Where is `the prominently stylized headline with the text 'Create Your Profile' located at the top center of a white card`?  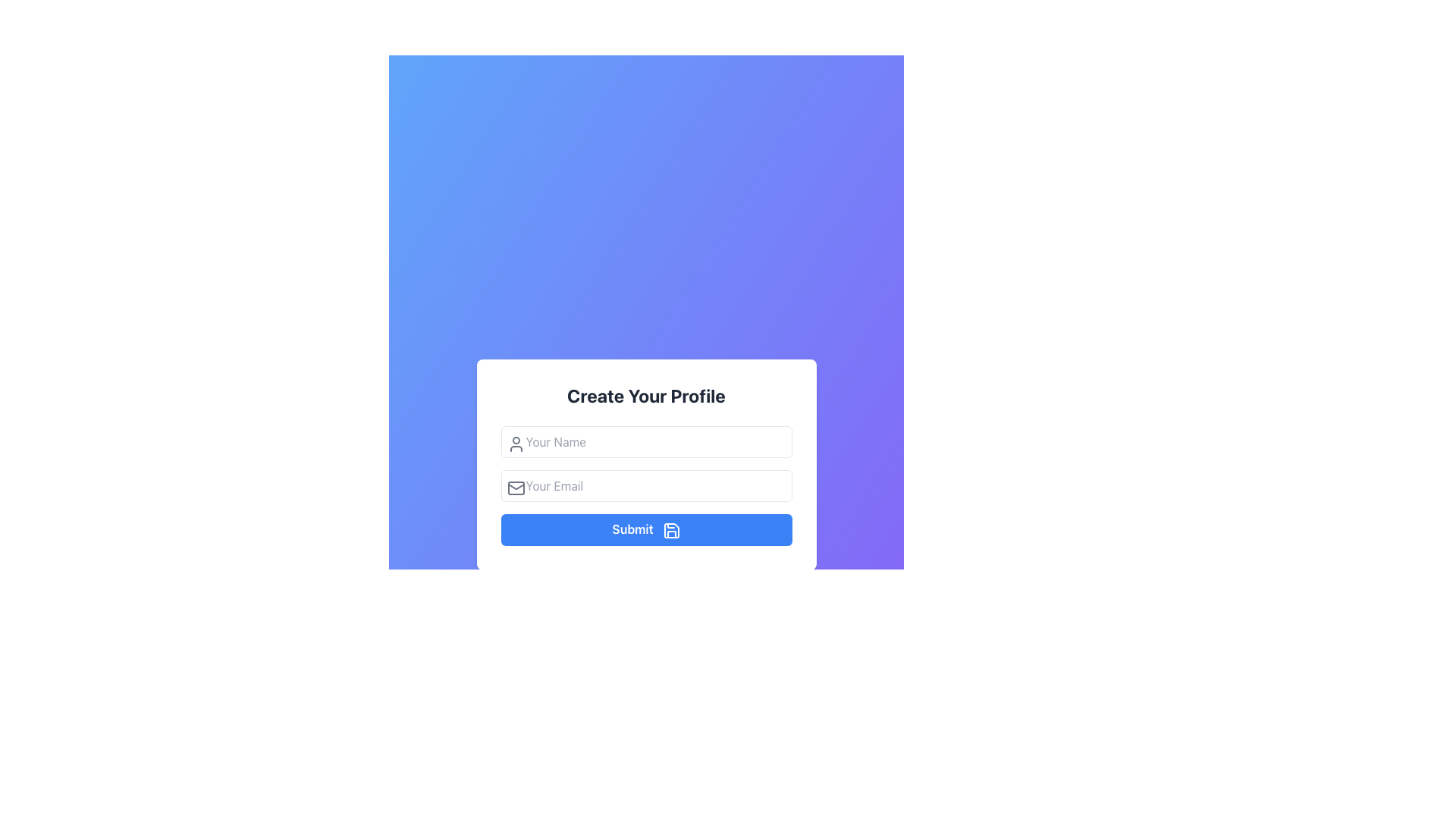 the prominently stylized headline with the text 'Create Your Profile' located at the top center of a white card is located at coordinates (646, 395).